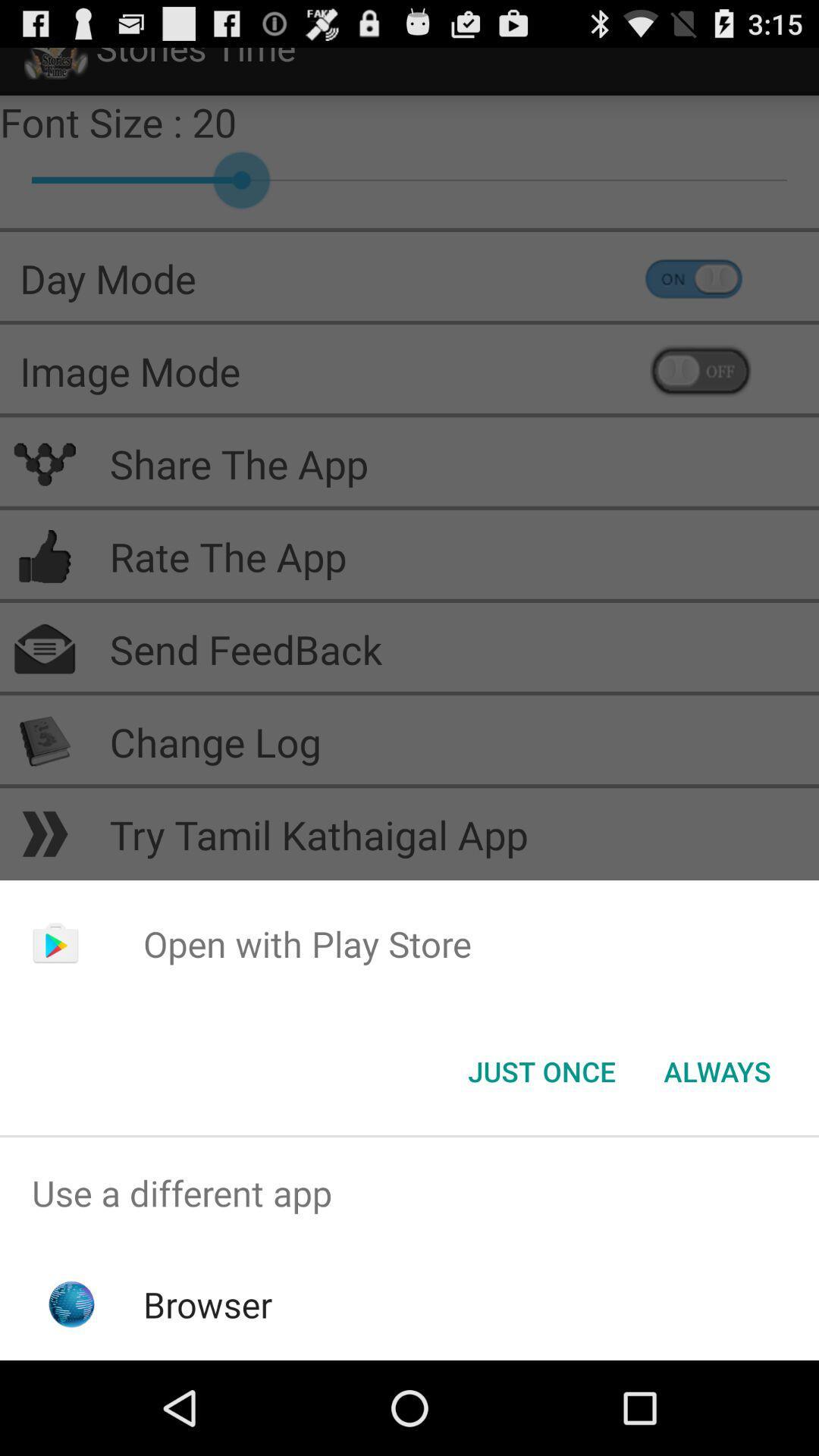  I want to click on item above the browser, so click(409, 1192).